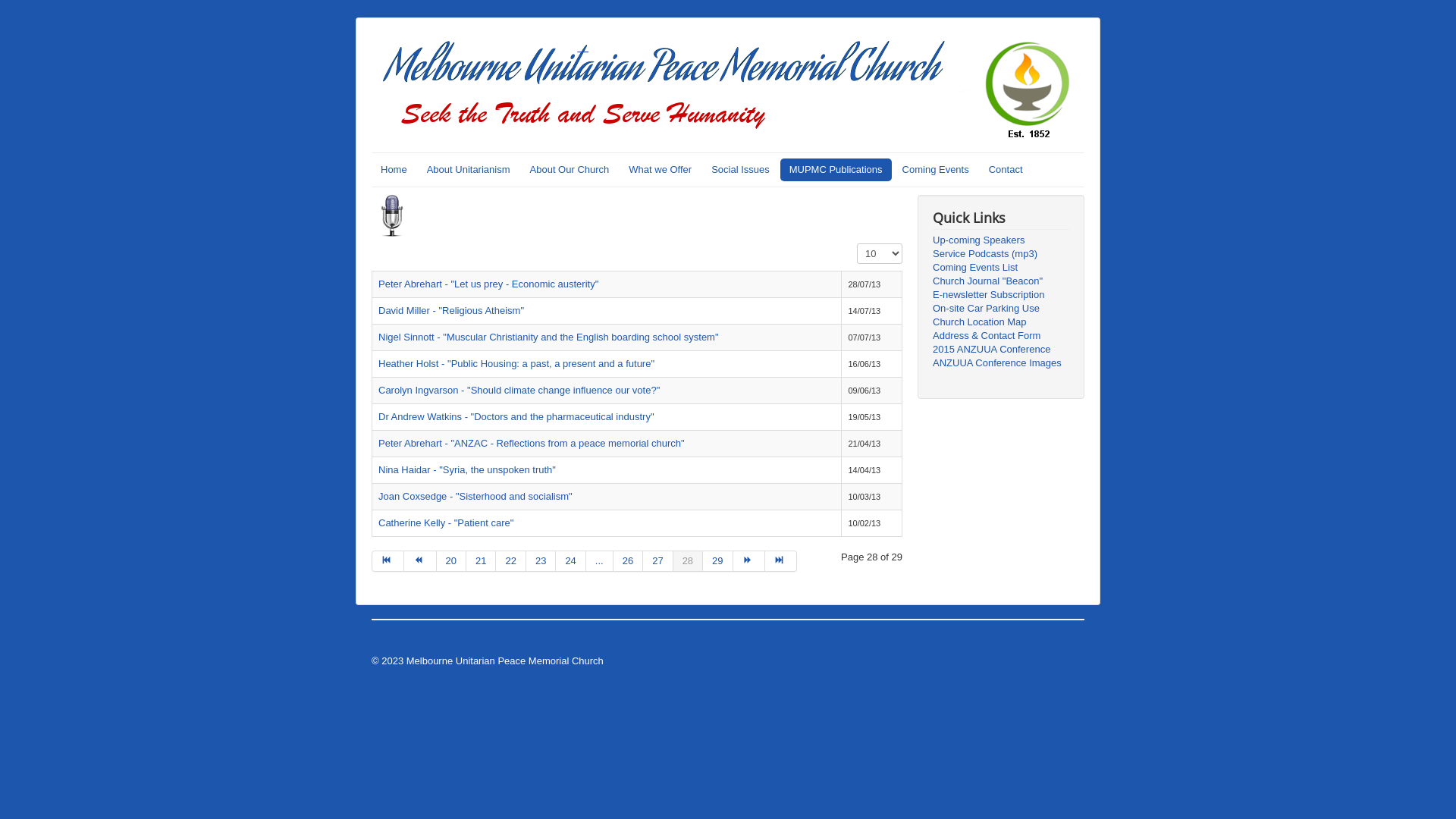 This screenshot has width=1456, height=819. Describe the element at coordinates (1001, 281) in the screenshot. I see `'Church Journal "Beacon"'` at that location.